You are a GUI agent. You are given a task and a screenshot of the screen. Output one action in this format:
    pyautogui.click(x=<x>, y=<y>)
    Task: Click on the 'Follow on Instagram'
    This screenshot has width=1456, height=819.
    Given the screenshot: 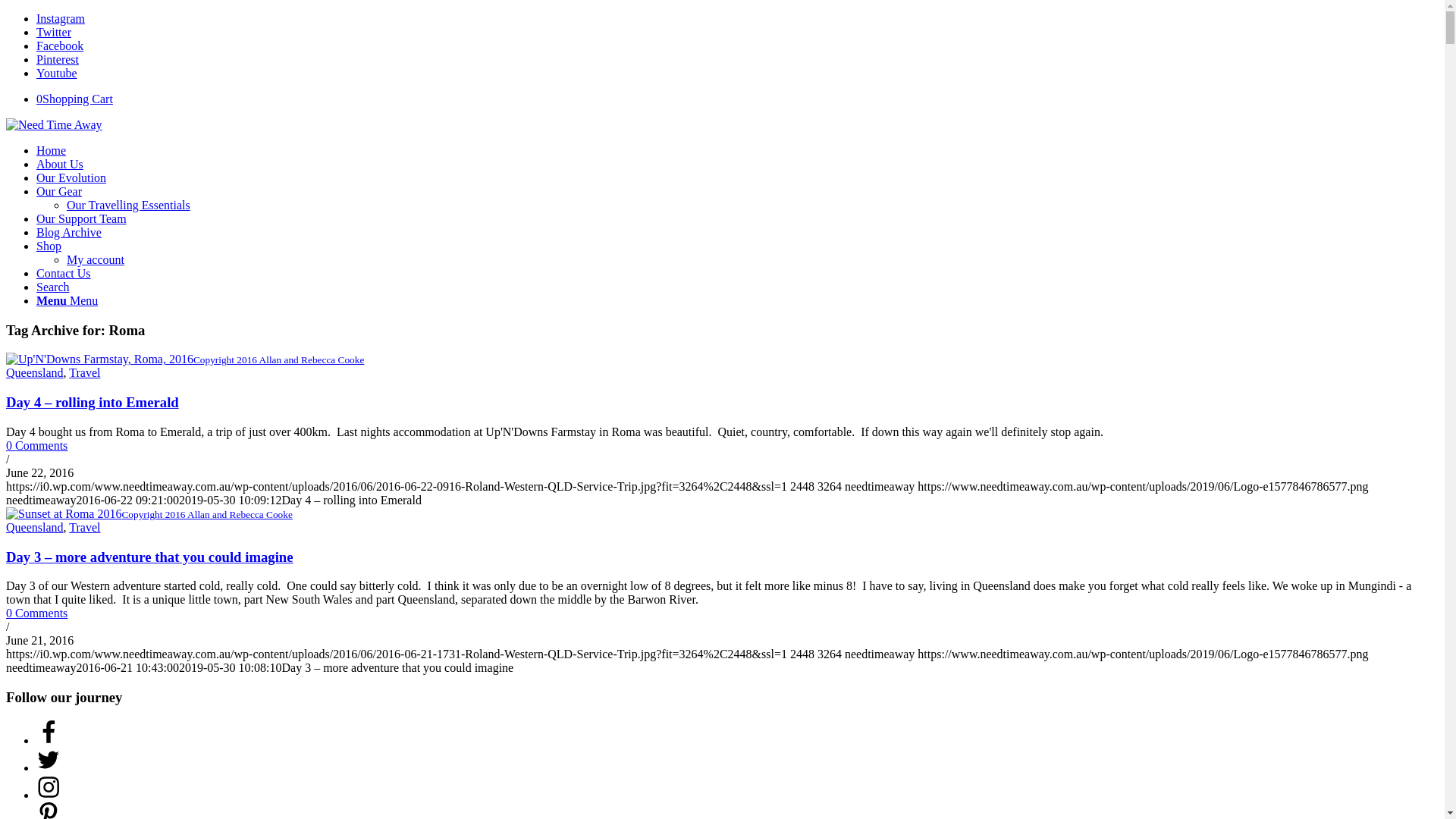 What is the action you would take?
    pyautogui.click(x=48, y=794)
    